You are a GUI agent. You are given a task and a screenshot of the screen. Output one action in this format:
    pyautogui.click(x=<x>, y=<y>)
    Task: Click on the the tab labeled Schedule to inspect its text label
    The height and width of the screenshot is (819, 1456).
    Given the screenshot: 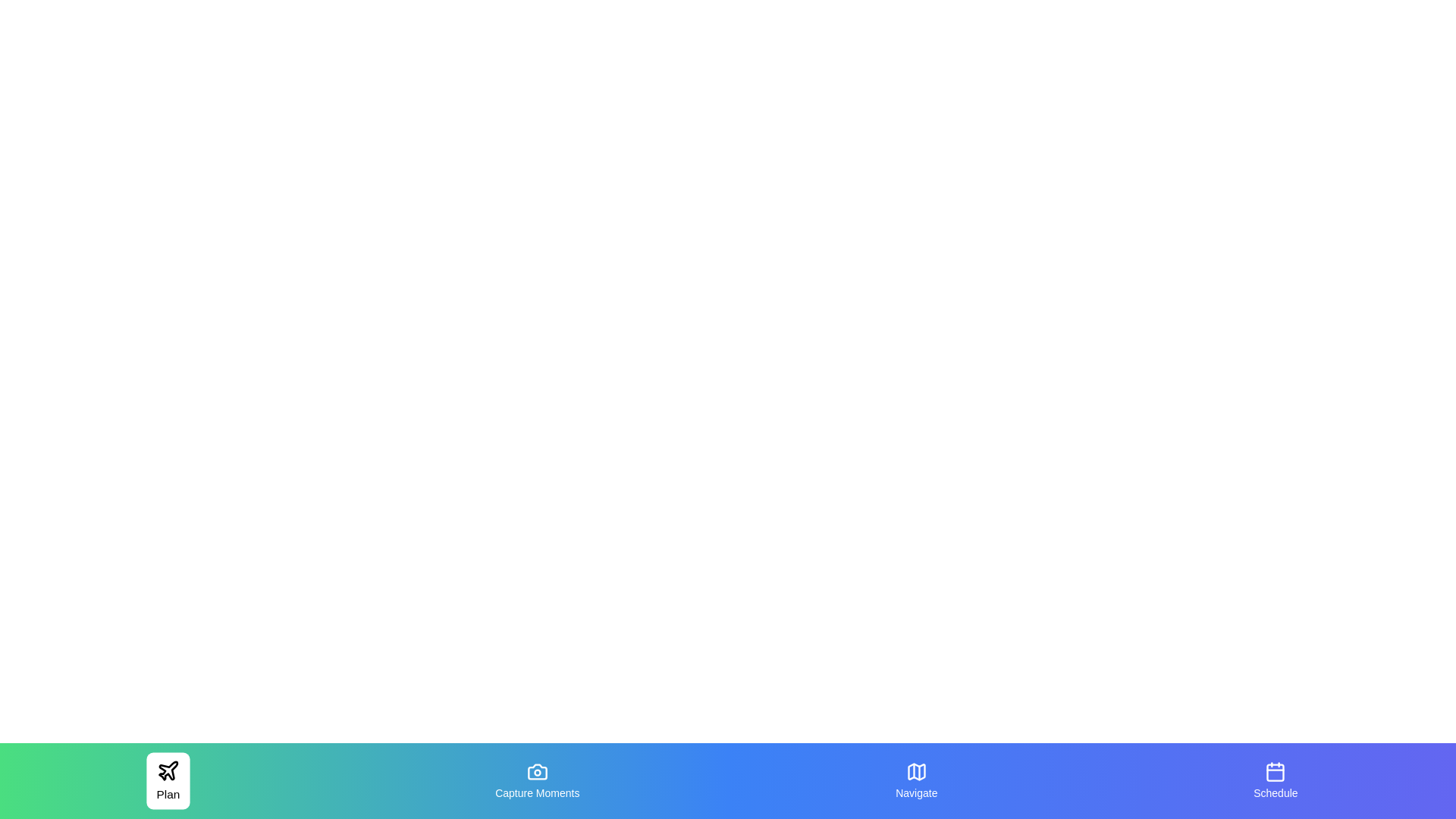 What is the action you would take?
    pyautogui.click(x=1274, y=780)
    